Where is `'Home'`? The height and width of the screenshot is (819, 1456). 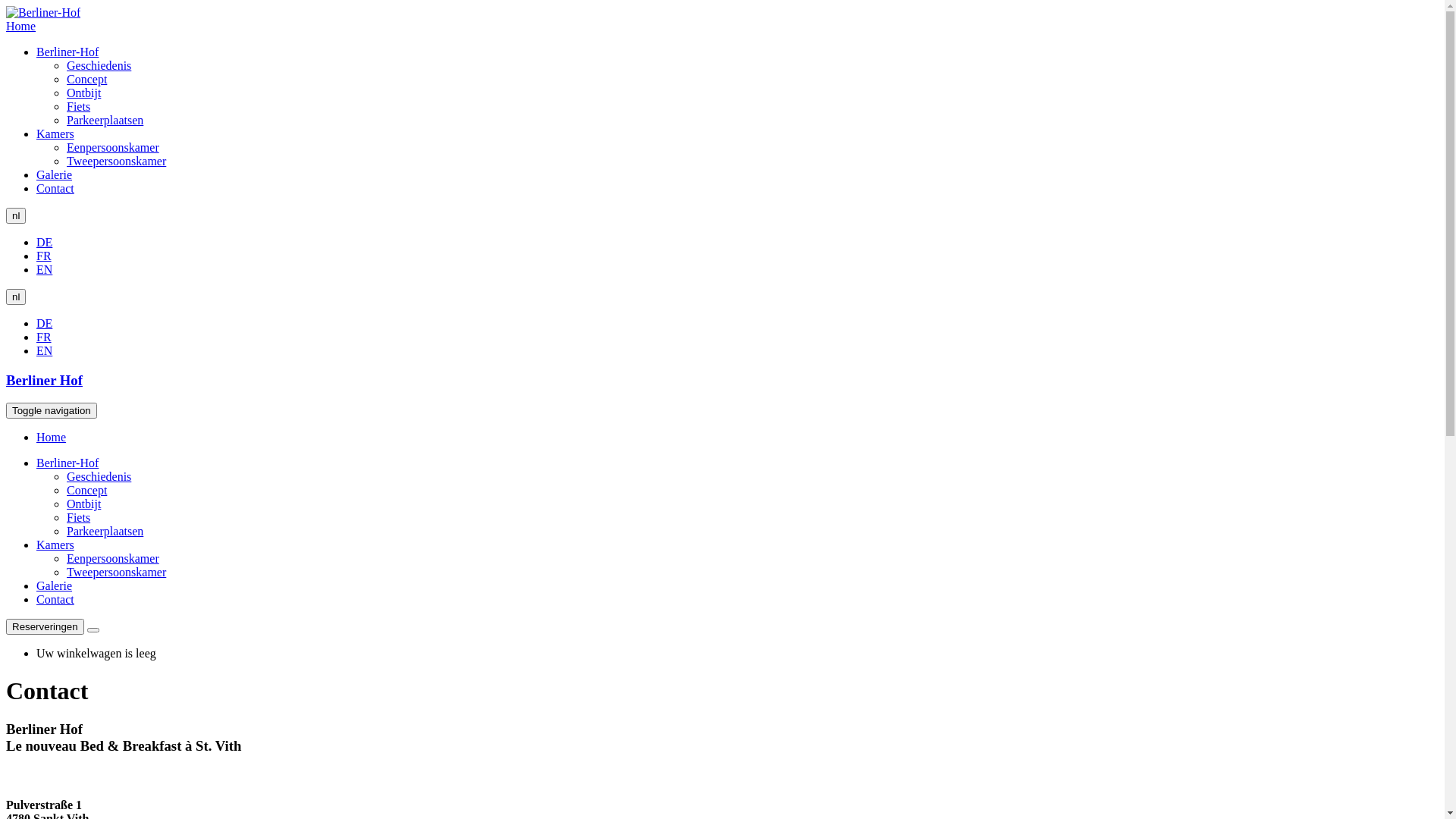 'Home' is located at coordinates (20, 26).